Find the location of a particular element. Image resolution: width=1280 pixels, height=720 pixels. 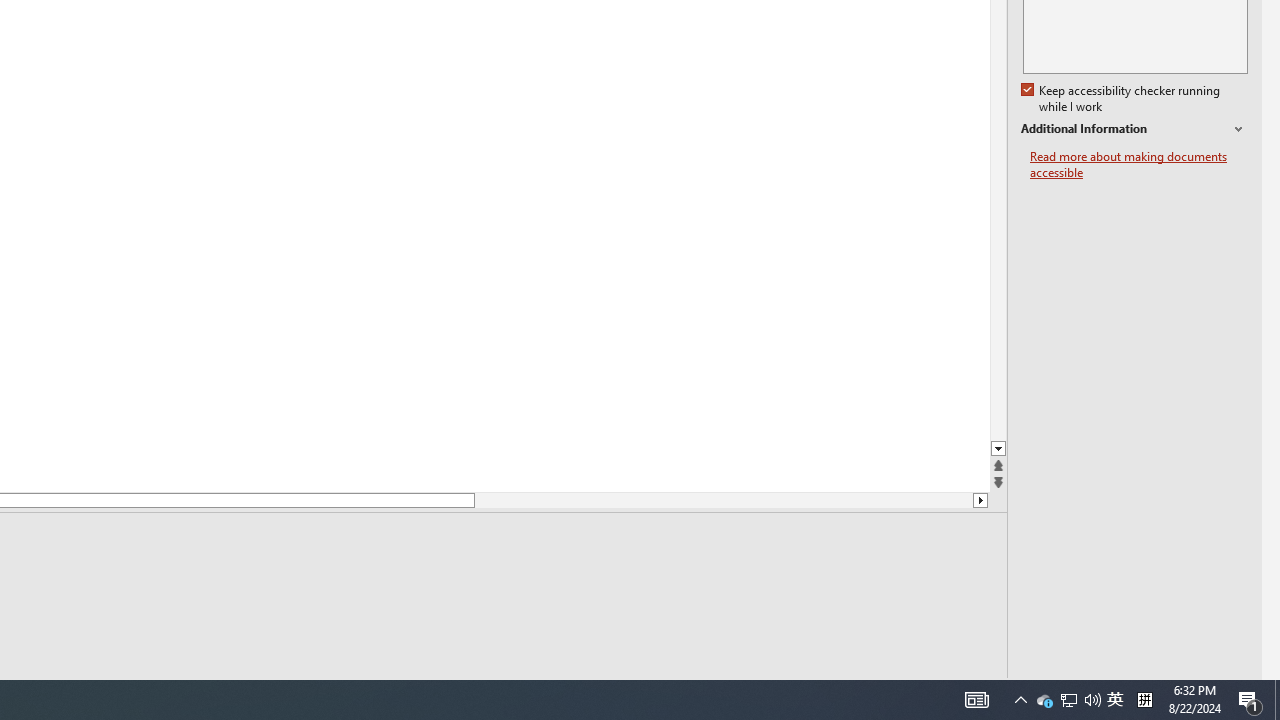

'User Promoted Notification Area' is located at coordinates (1067, 698).